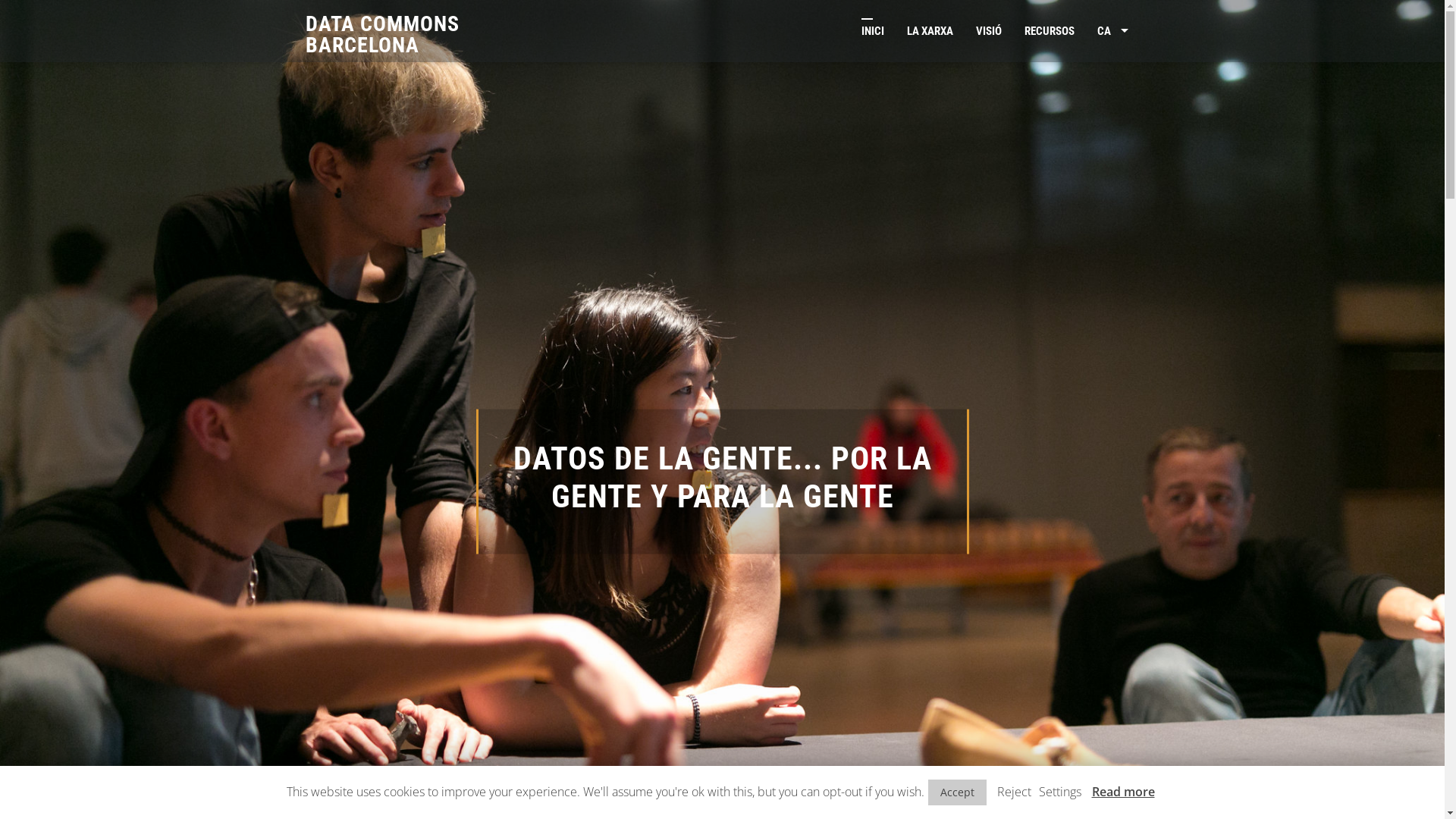  I want to click on 'INICI', so click(873, 31).